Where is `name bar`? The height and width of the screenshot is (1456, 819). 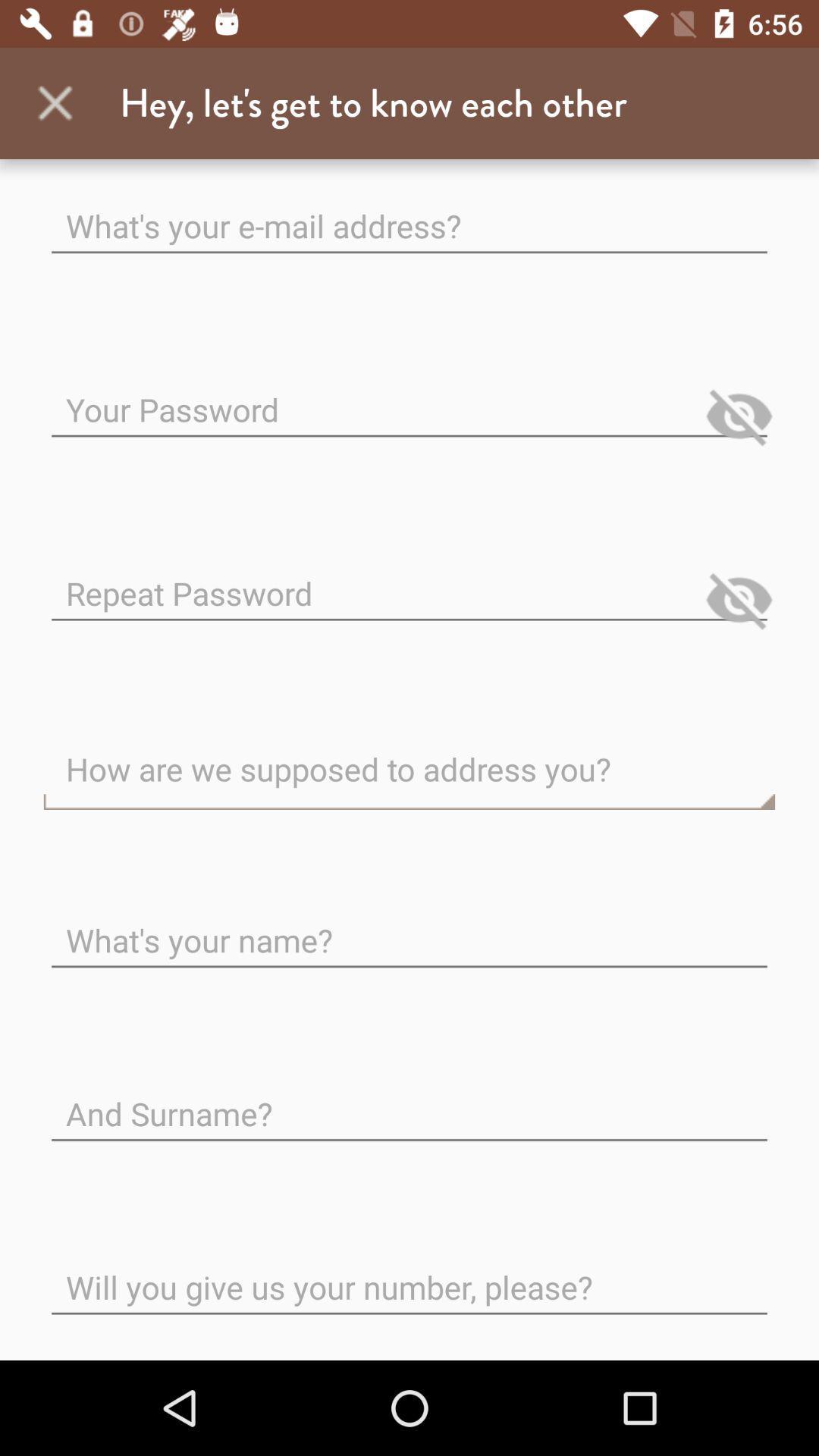
name bar is located at coordinates (409, 927).